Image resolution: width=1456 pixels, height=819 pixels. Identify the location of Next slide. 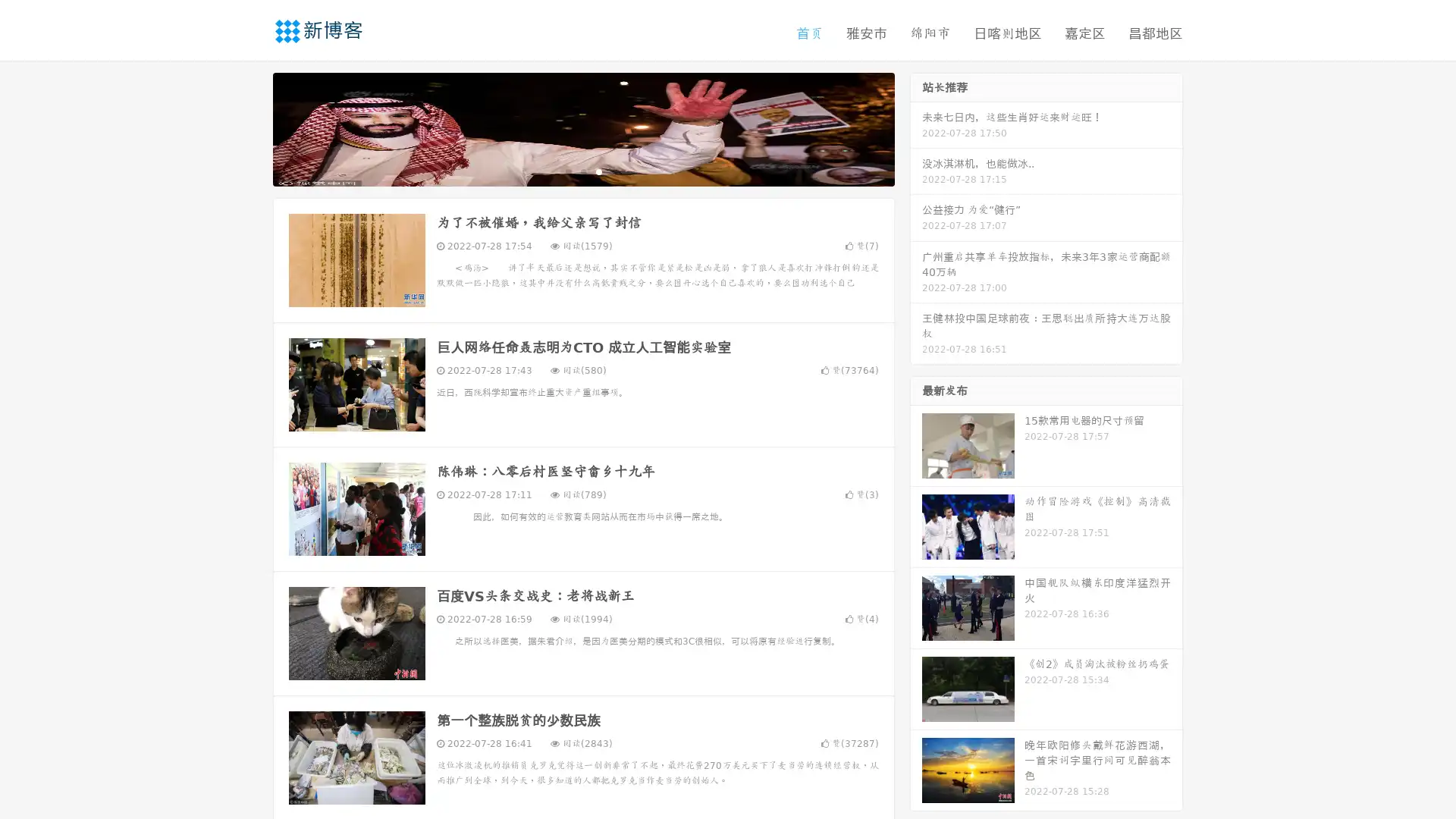
(916, 127).